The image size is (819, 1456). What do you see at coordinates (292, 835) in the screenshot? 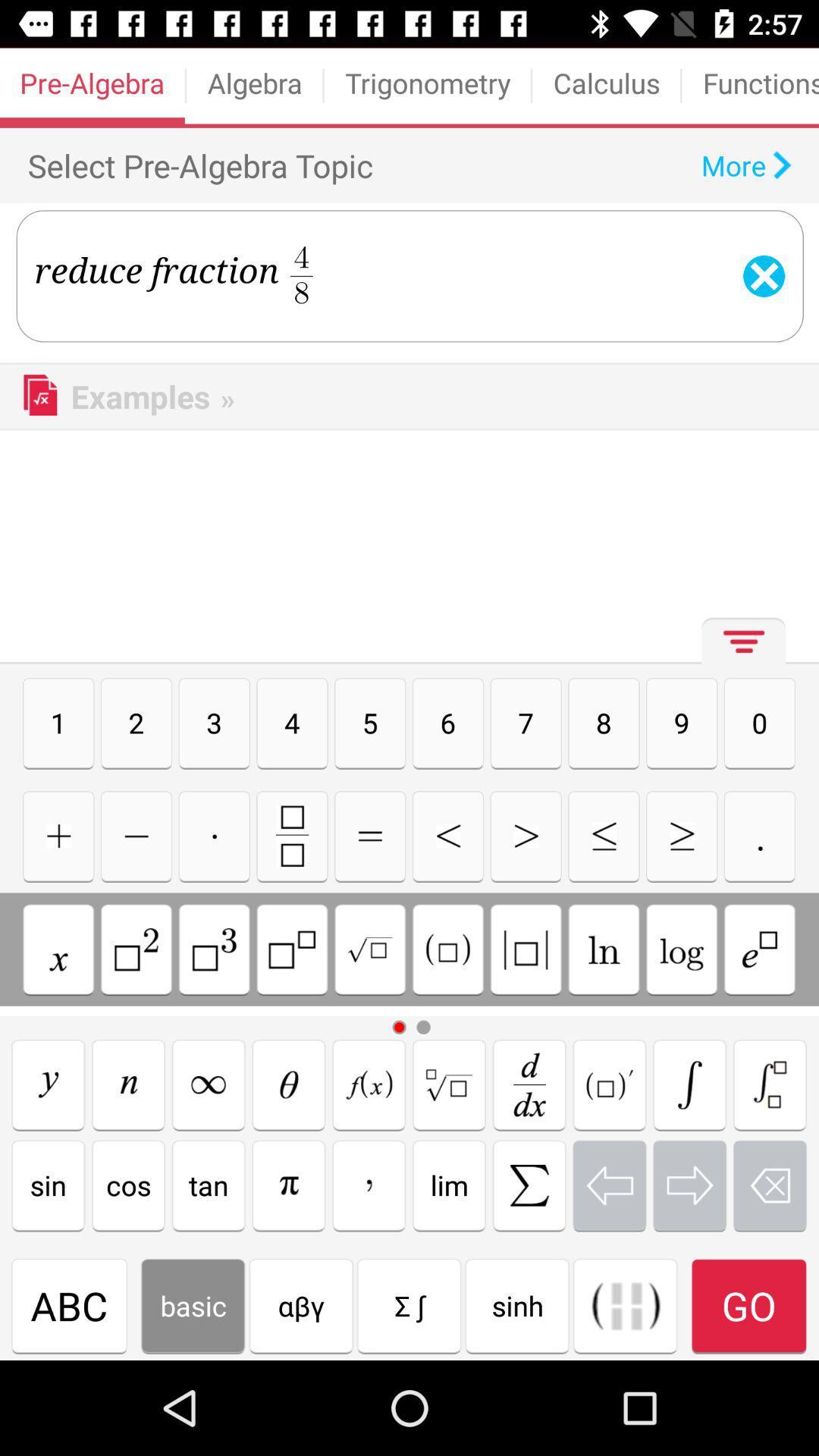
I see `the save icon` at bounding box center [292, 835].